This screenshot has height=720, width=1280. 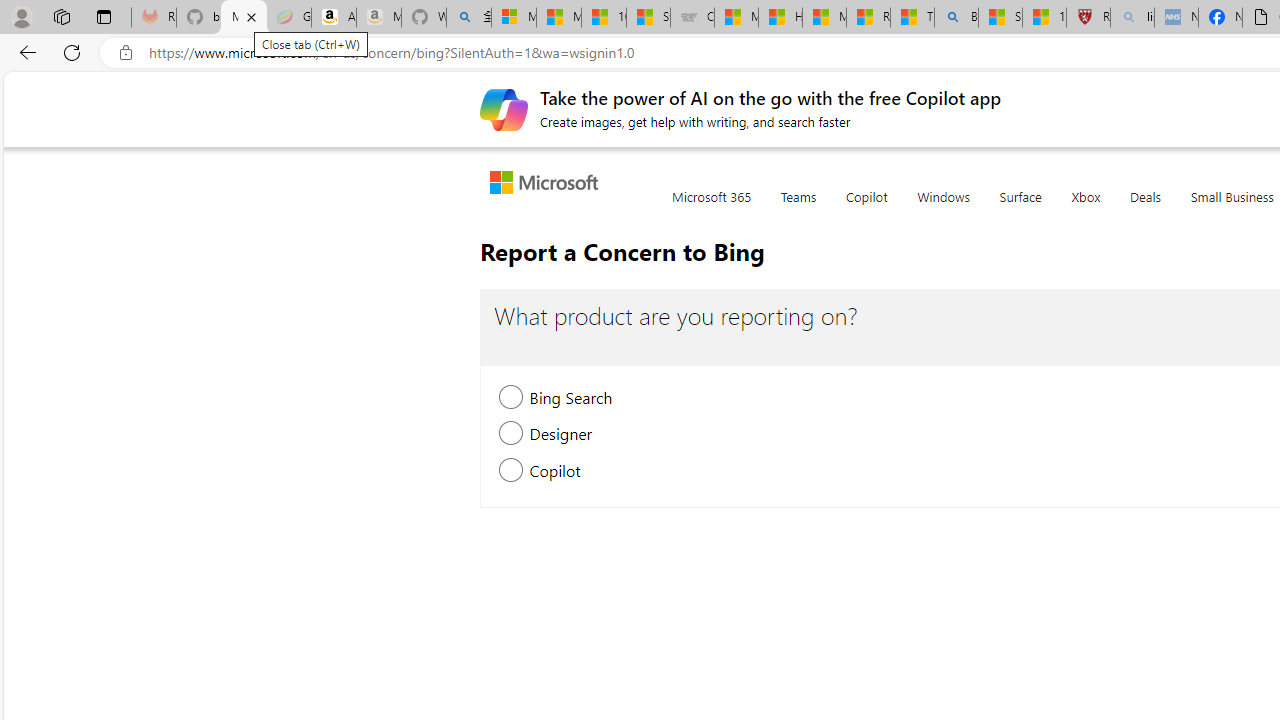 I want to click on 'Recipes - MSN', so click(x=868, y=17).